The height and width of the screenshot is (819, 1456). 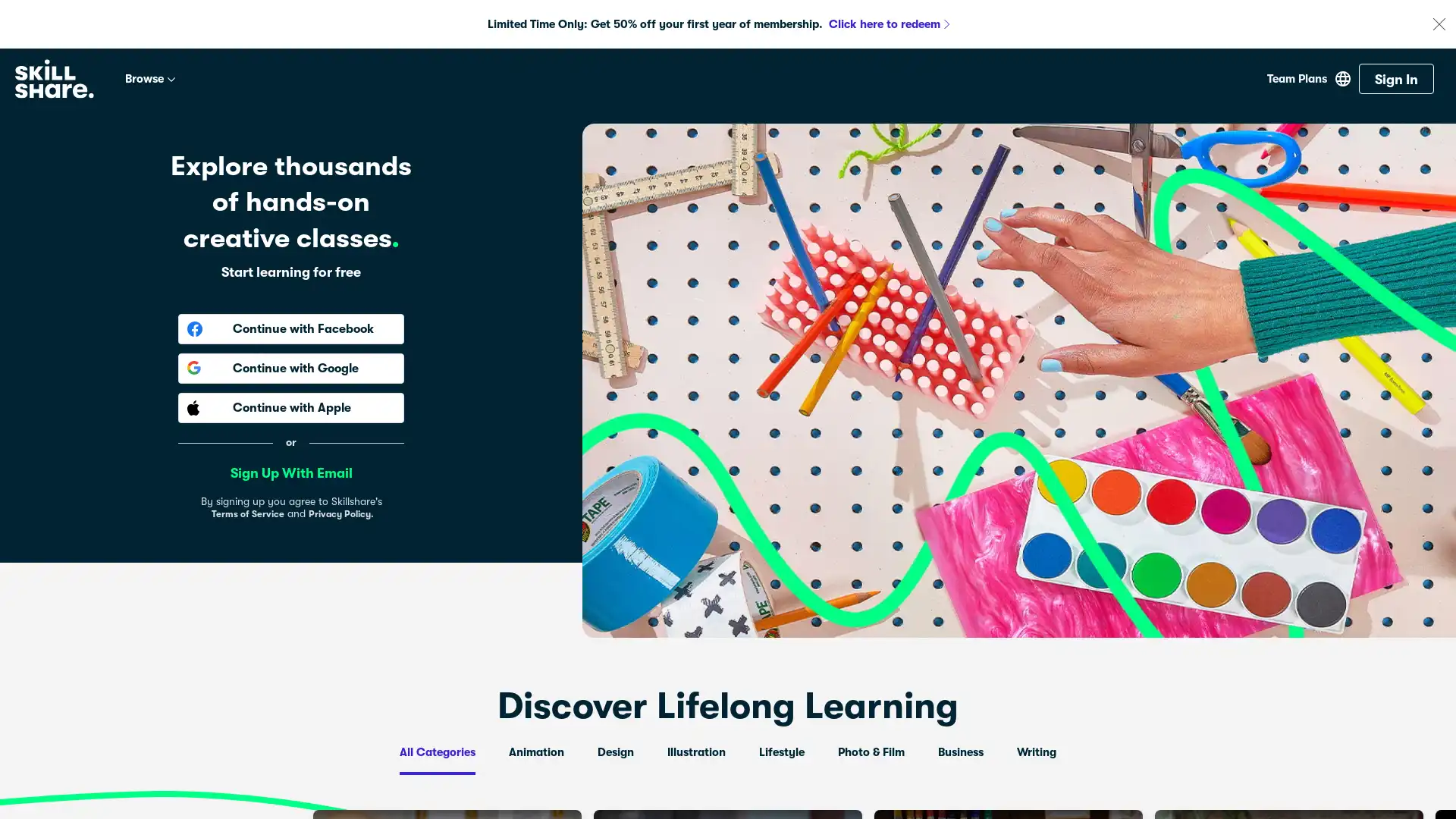 What do you see at coordinates (291, 368) in the screenshot?
I see `Continue with Google` at bounding box center [291, 368].